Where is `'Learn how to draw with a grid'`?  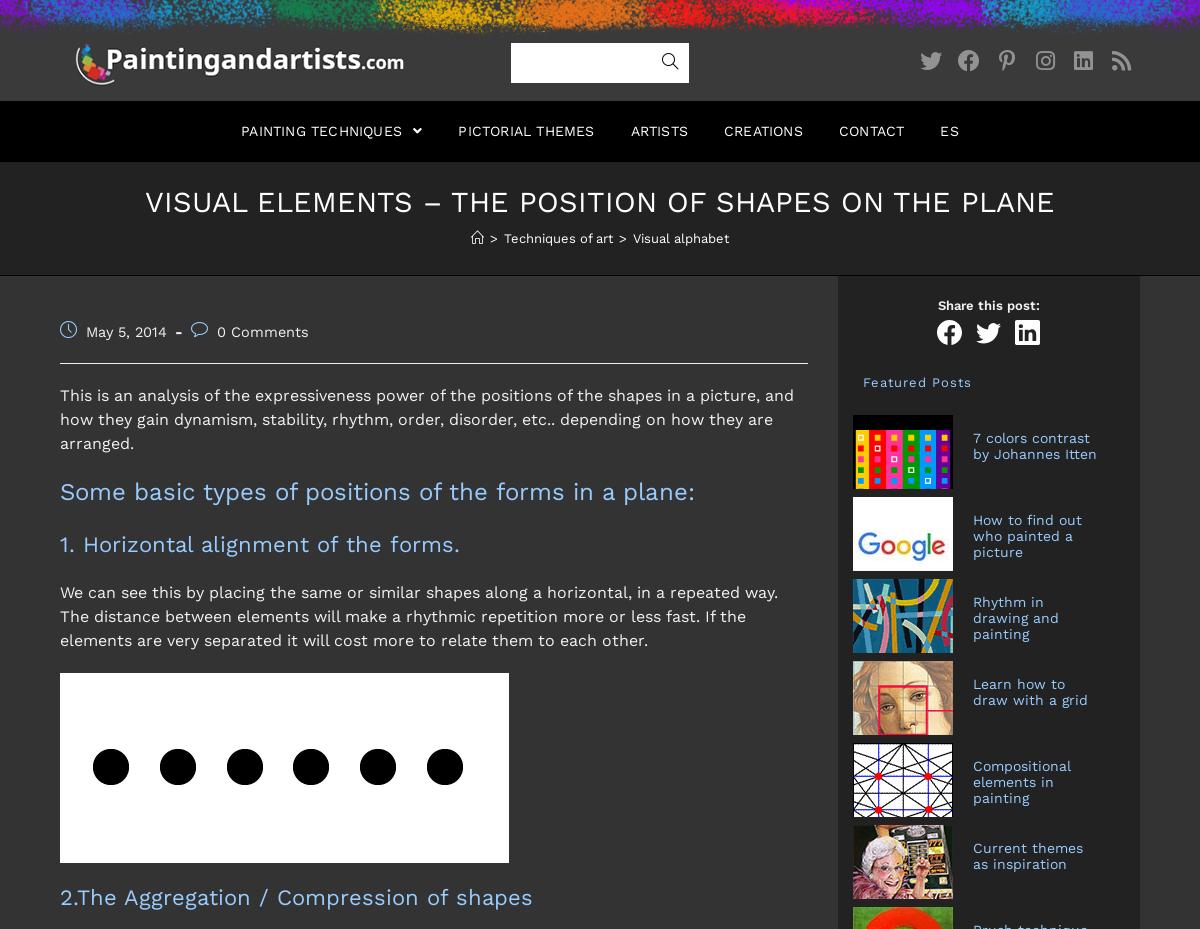 'Learn how to draw with a grid' is located at coordinates (972, 690).